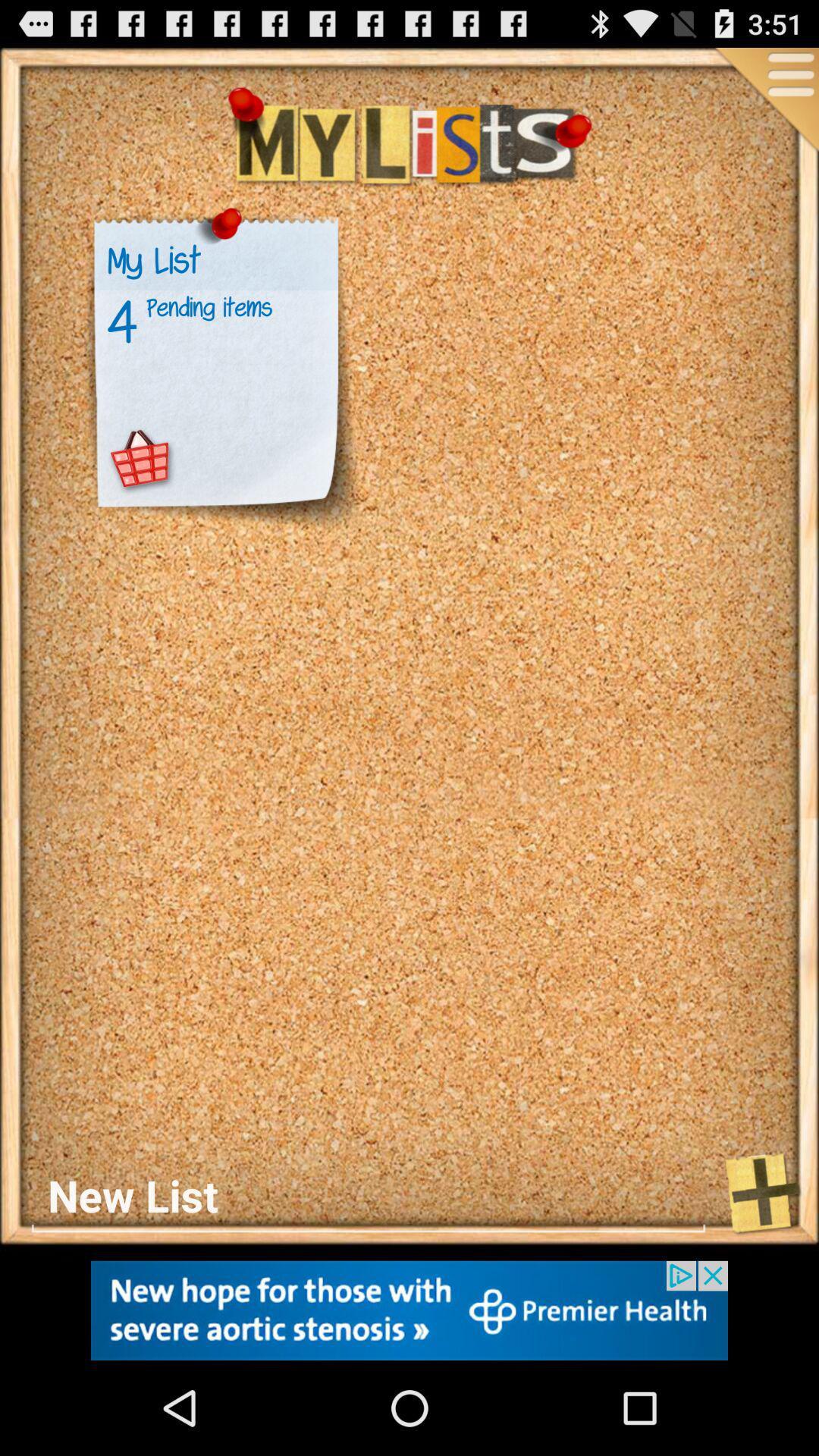 The height and width of the screenshot is (1456, 819). What do you see at coordinates (141, 460) in the screenshot?
I see `red and white tote bag` at bounding box center [141, 460].